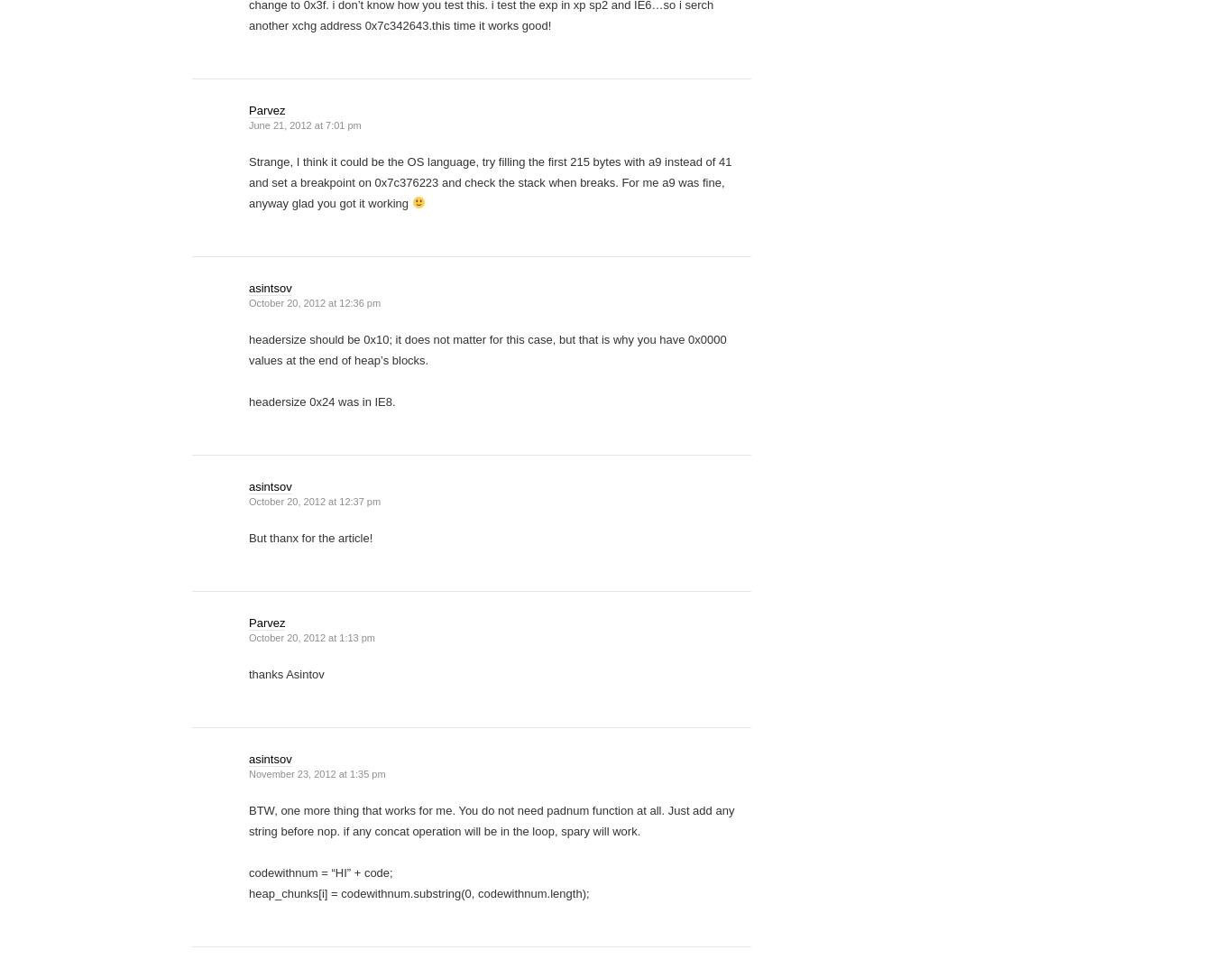 This screenshot has height=969, width=1232. Describe the element at coordinates (418, 892) in the screenshot. I see `'heap_chunks[i] = codewithnum.substring(0, codewithnum.length);'` at that location.